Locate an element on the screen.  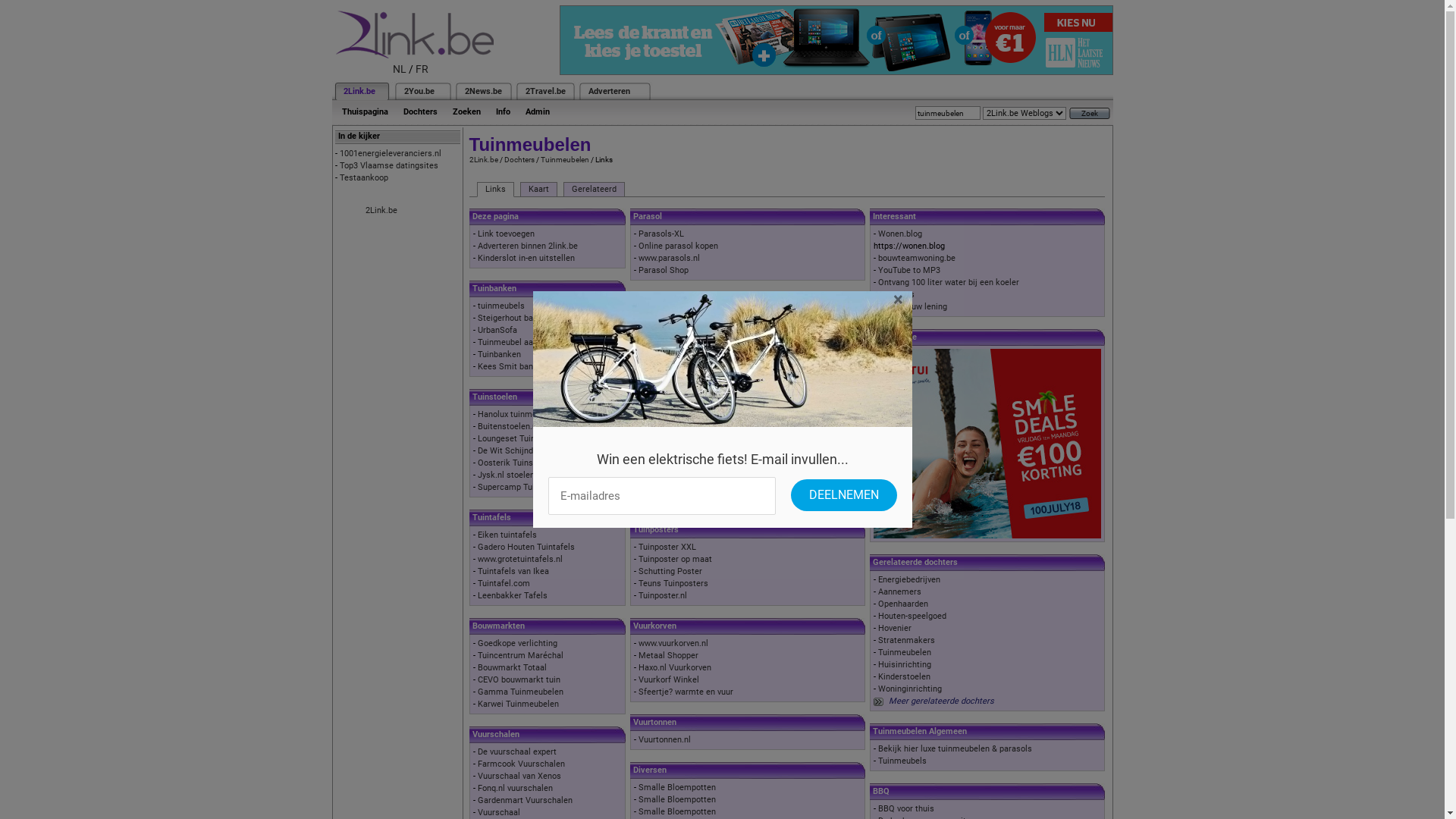
'Zoeken' is located at coordinates (465, 111).